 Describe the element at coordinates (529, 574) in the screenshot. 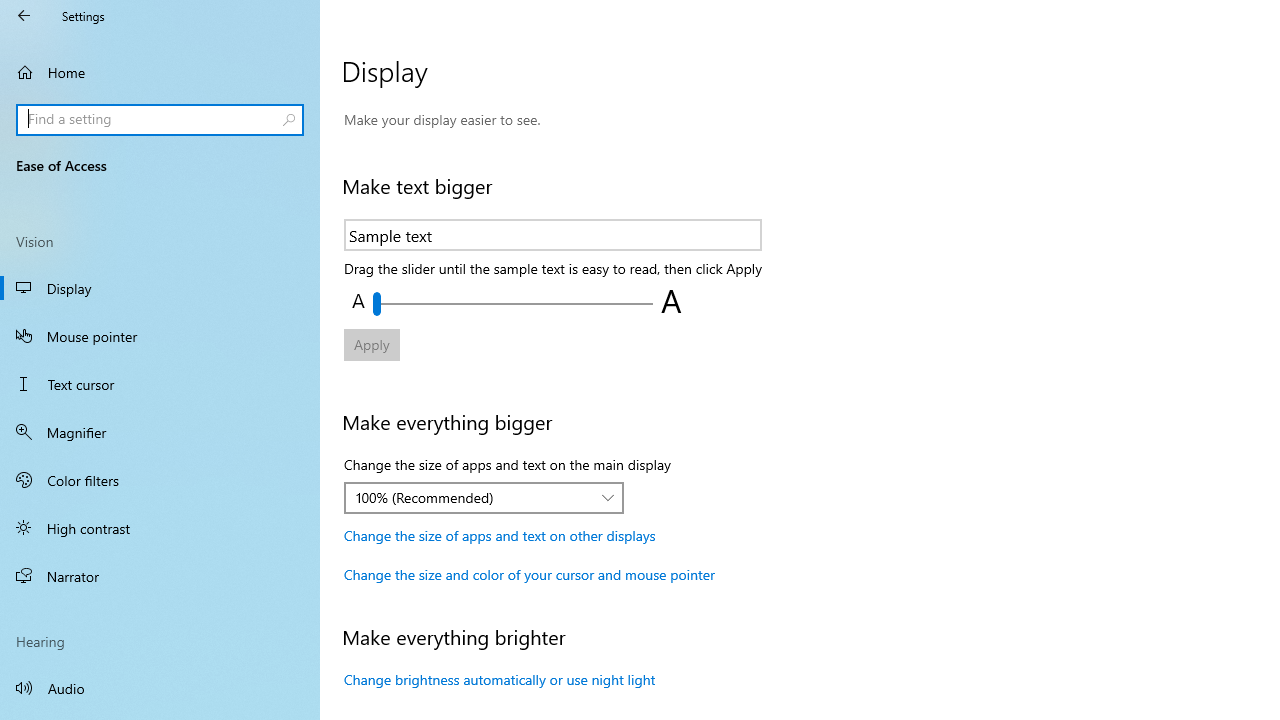

I see `'Change the size and color of your cursor and mouse pointer'` at that location.